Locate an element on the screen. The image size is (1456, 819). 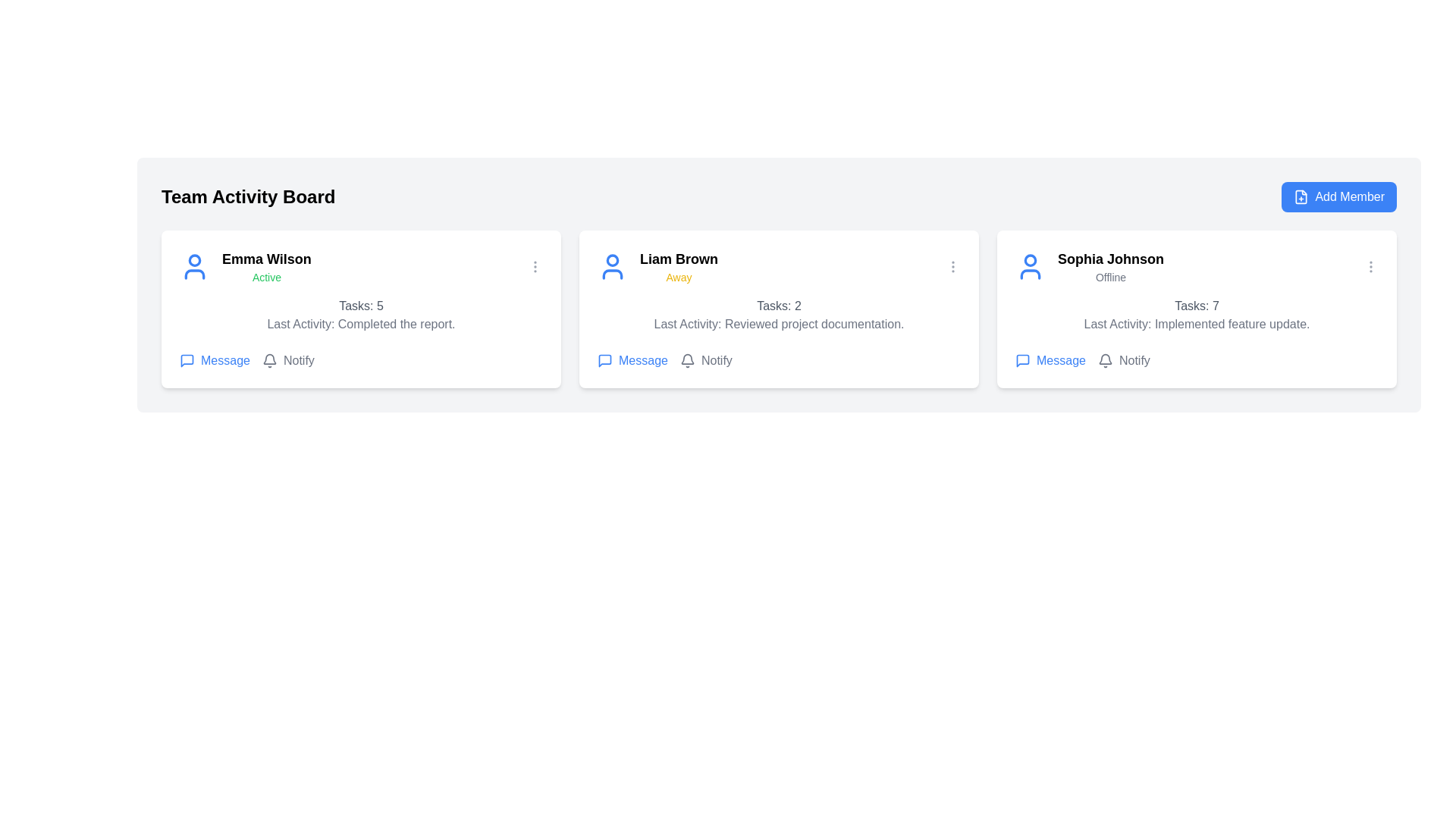
content displayed in the 'Emma Wilson' text label, which is bold and has the status 'Active' in green below it, located in the first card of the 'Team Activity Board' is located at coordinates (266, 265).